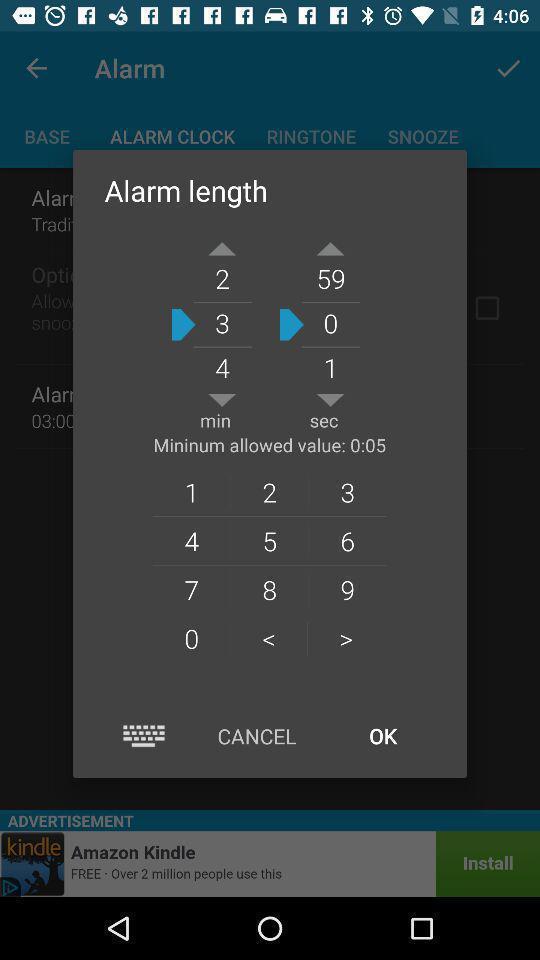 The image size is (540, 960). I want to click on the 4 item, so click(191, 539).